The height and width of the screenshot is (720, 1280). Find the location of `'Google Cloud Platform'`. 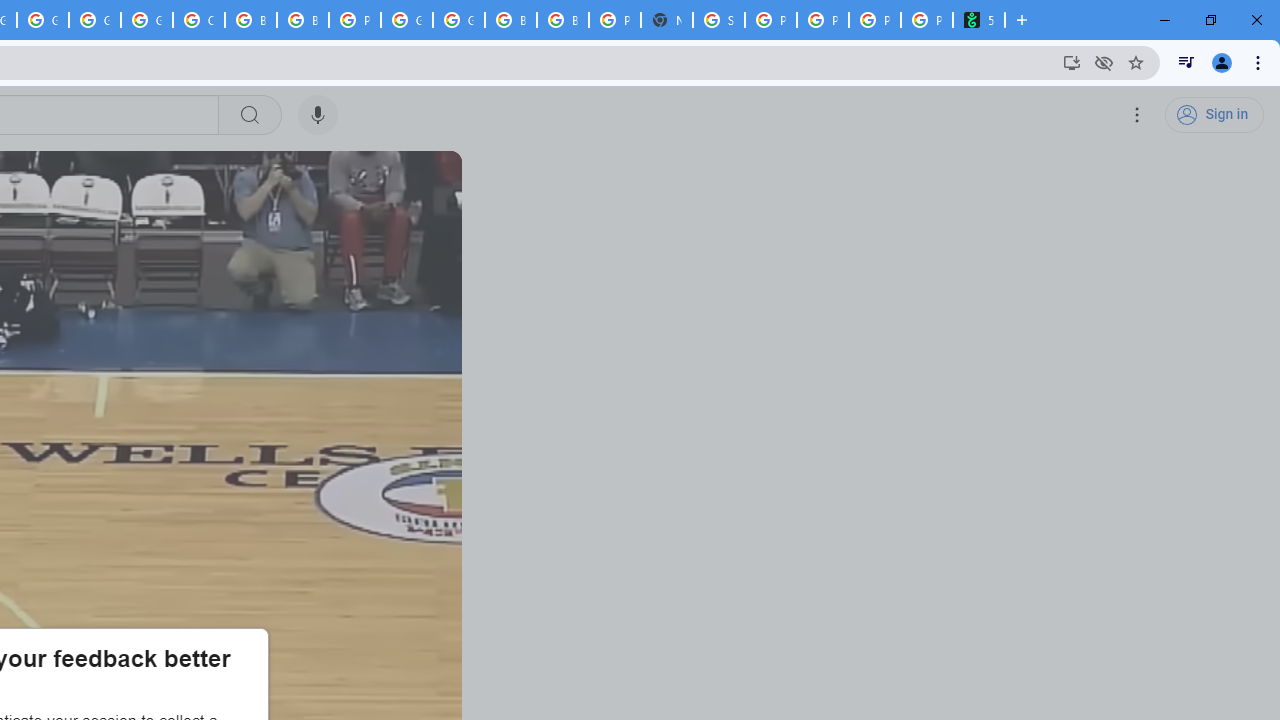

'Google Cloud Platform' is located at coordinates (406, 20).